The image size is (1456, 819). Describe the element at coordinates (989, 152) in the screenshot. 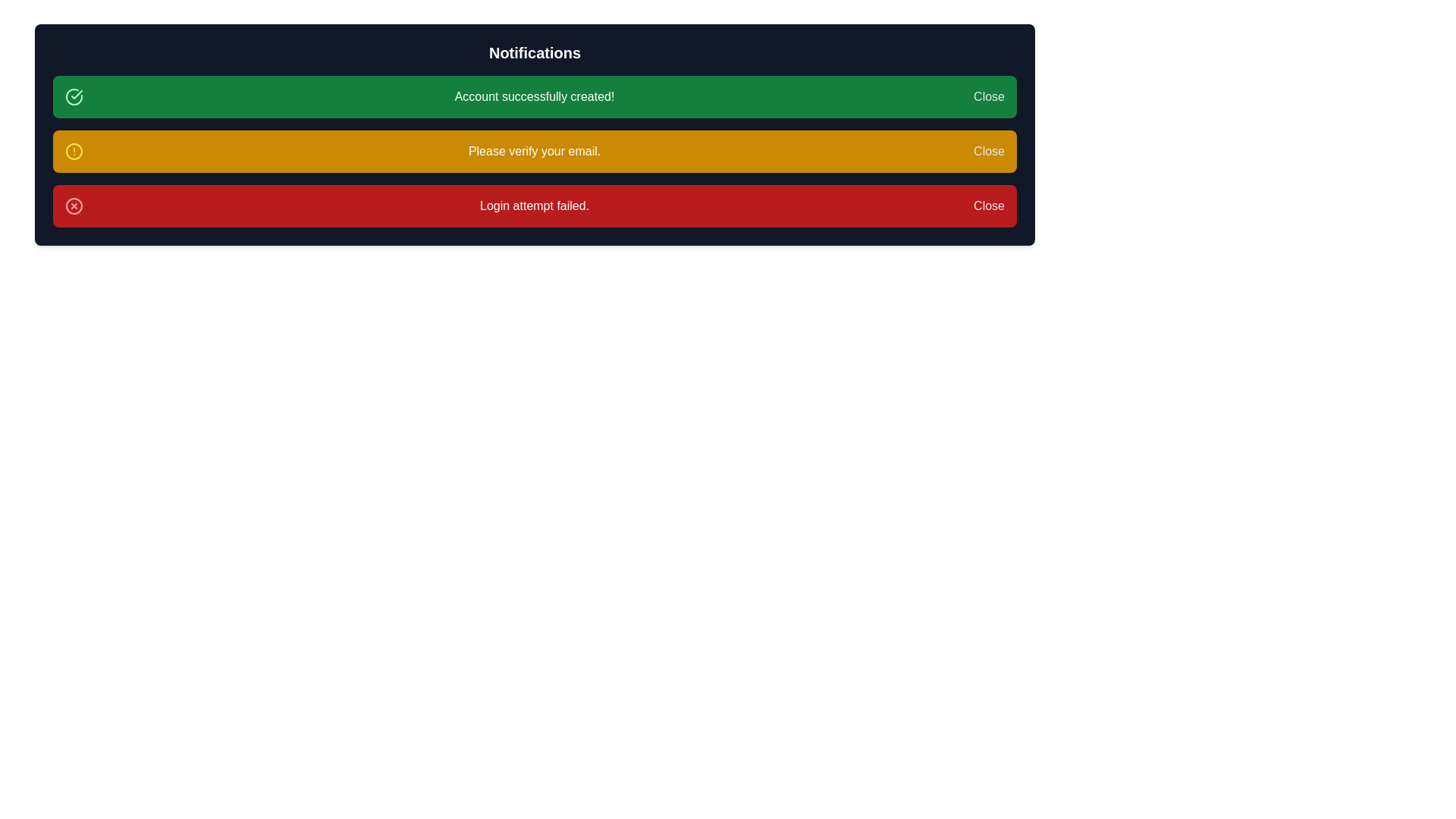

I see `the 'Close' button located at the far right side of the notification panel with a yellow background` at that location.